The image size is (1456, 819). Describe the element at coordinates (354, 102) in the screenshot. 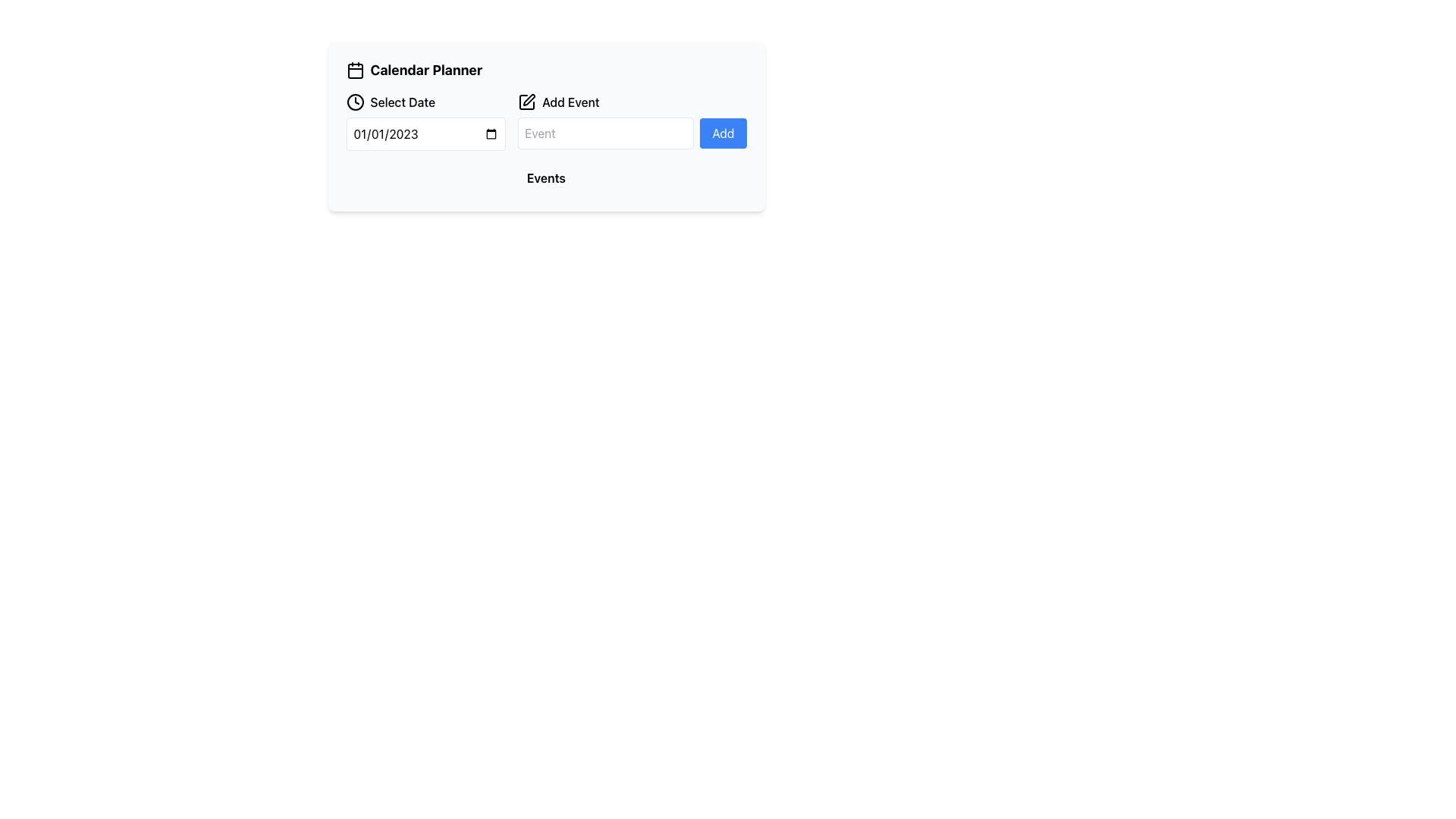

I see `the clock icon located to the left of the 'Select Date' text in the calendar planner widget` at that location.